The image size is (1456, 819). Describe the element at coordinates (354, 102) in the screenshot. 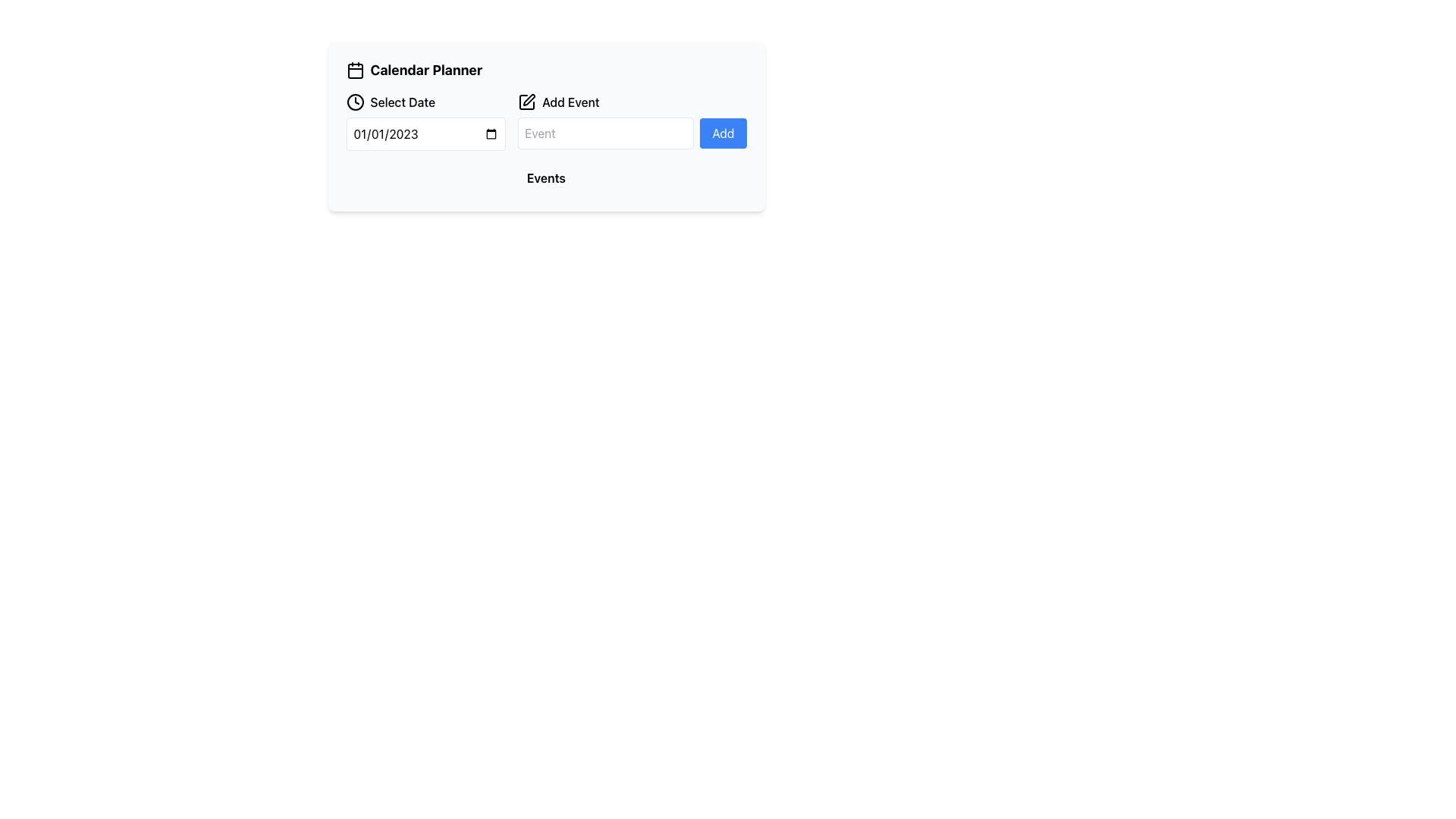

I see `the clock icon located to the left of the 'Select Date' text in the calendar planner widget` at that location.